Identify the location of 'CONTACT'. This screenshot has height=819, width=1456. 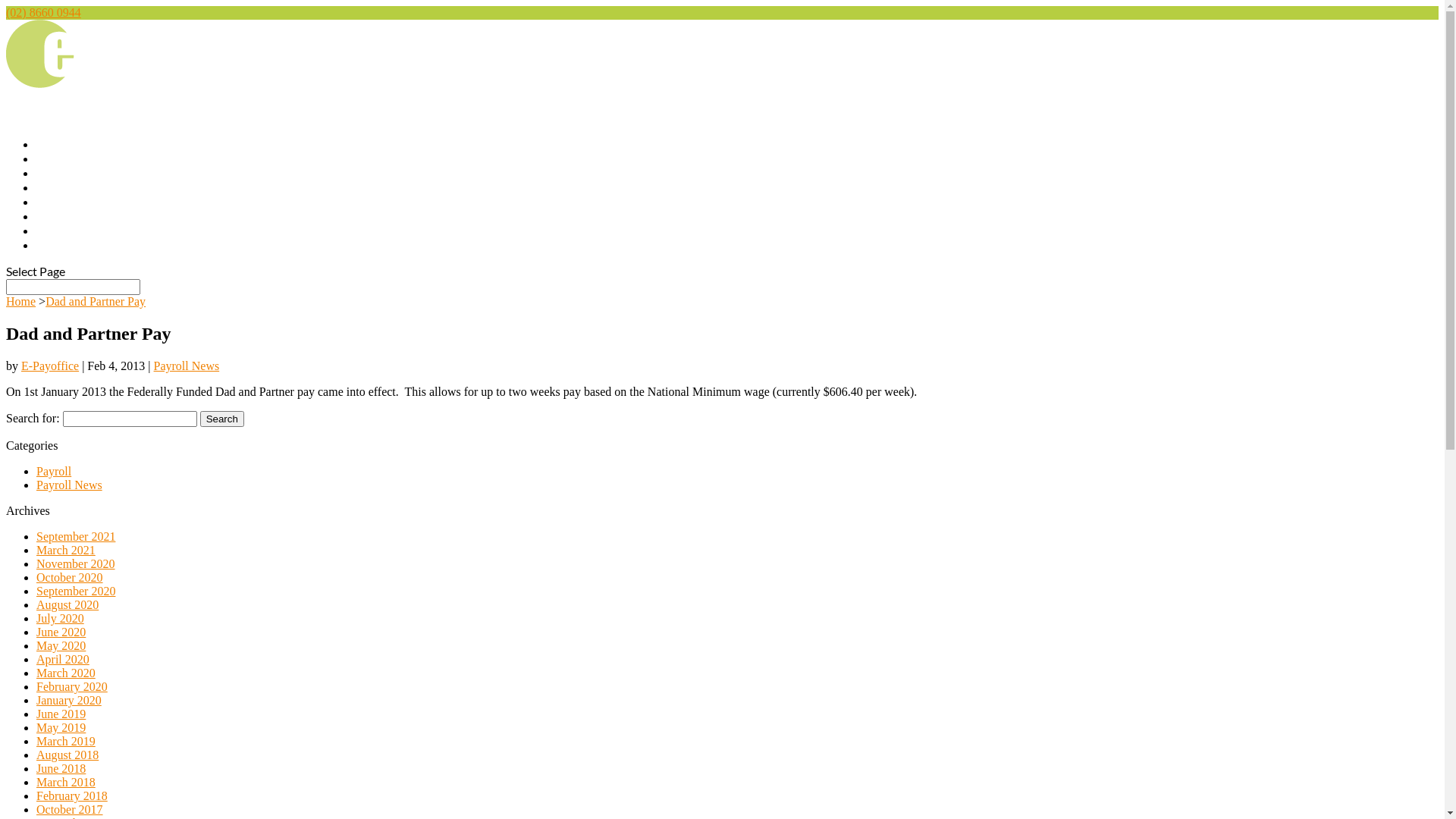
(36, 246).